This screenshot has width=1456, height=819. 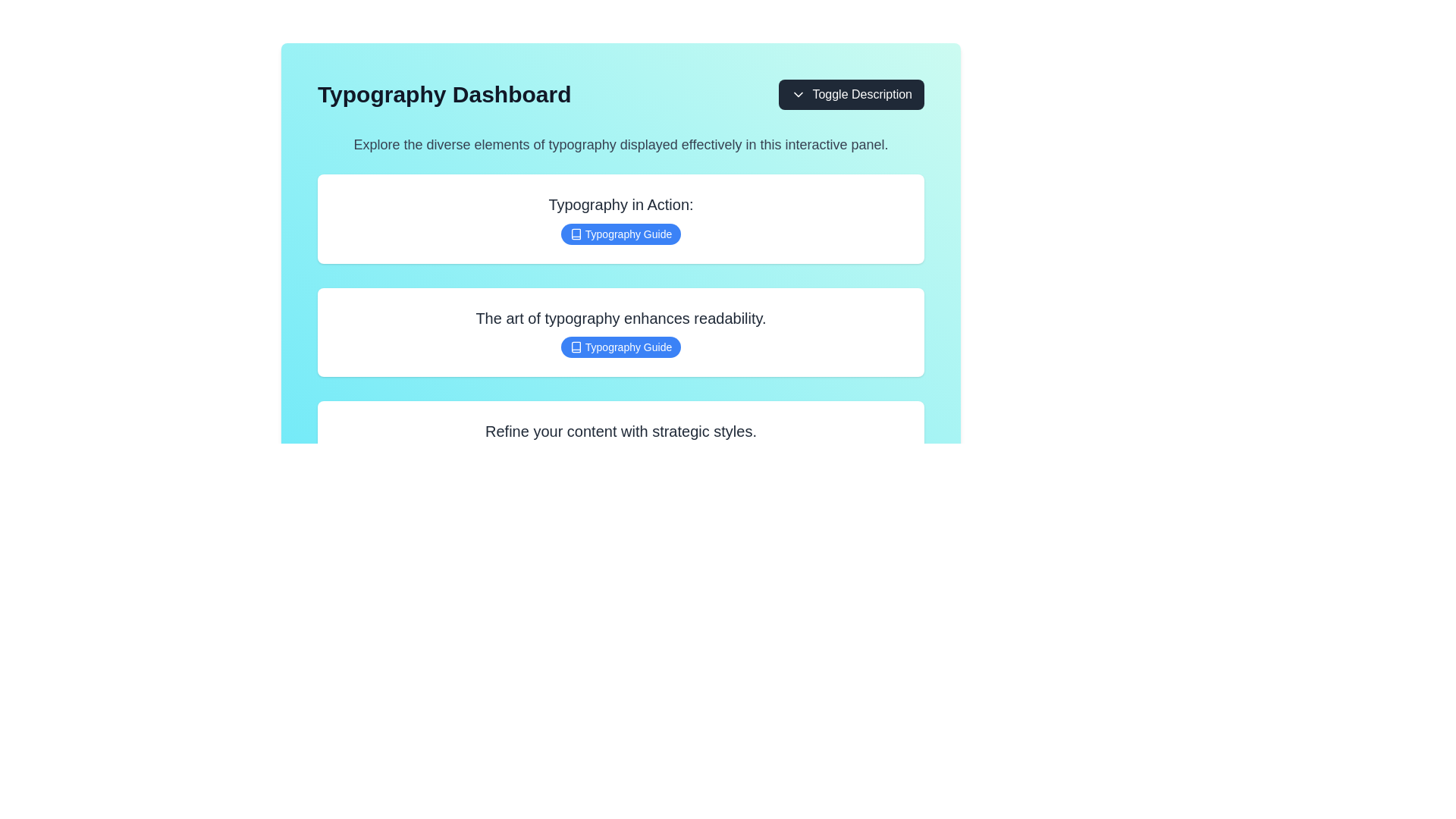 I want to click on documentation icon associated with the 'Typography Guide' button for additional details, so click(x=575, y=347).